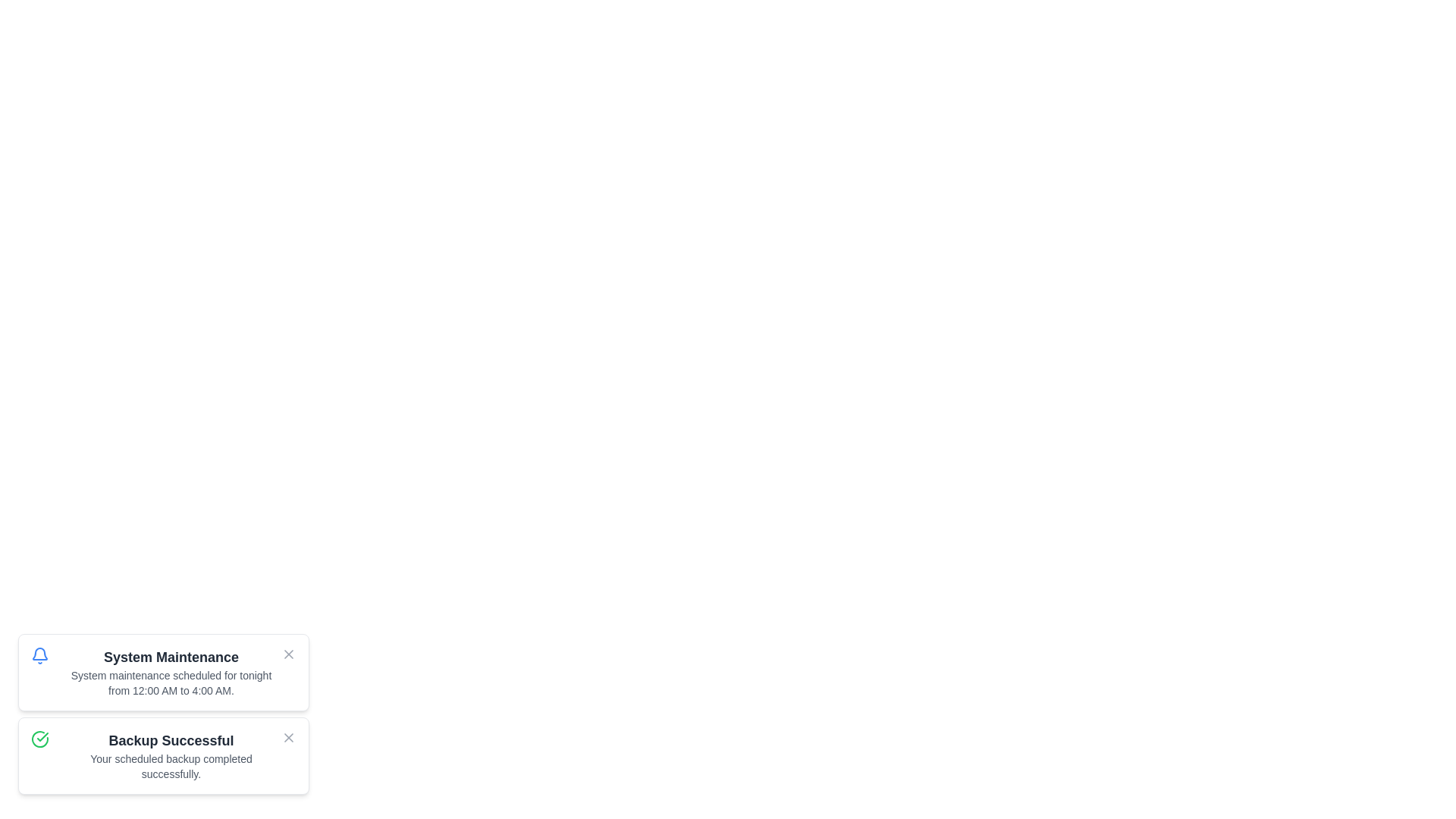 This screenshot has width=1456, height=819. I want to click on text 'Backup Successful' displayed in a bold font within the second notification card below 'System Maintenance', so click(171, 739).